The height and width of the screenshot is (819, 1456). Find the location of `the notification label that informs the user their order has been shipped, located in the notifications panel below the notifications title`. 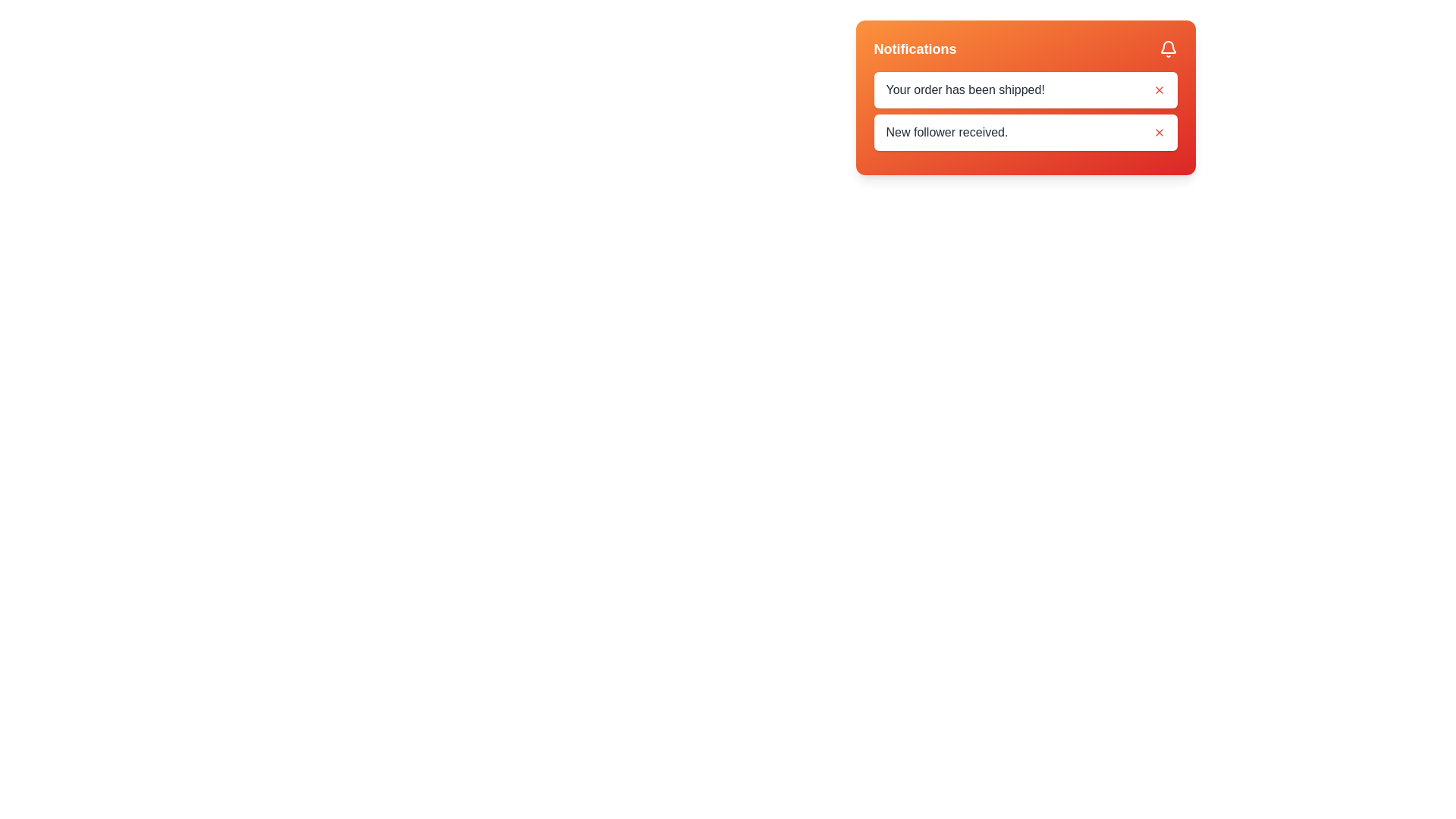

the notification label that informs the user their order has been shipped, located in the notifications panel below the notifications title is located at coordinates (965, 90).